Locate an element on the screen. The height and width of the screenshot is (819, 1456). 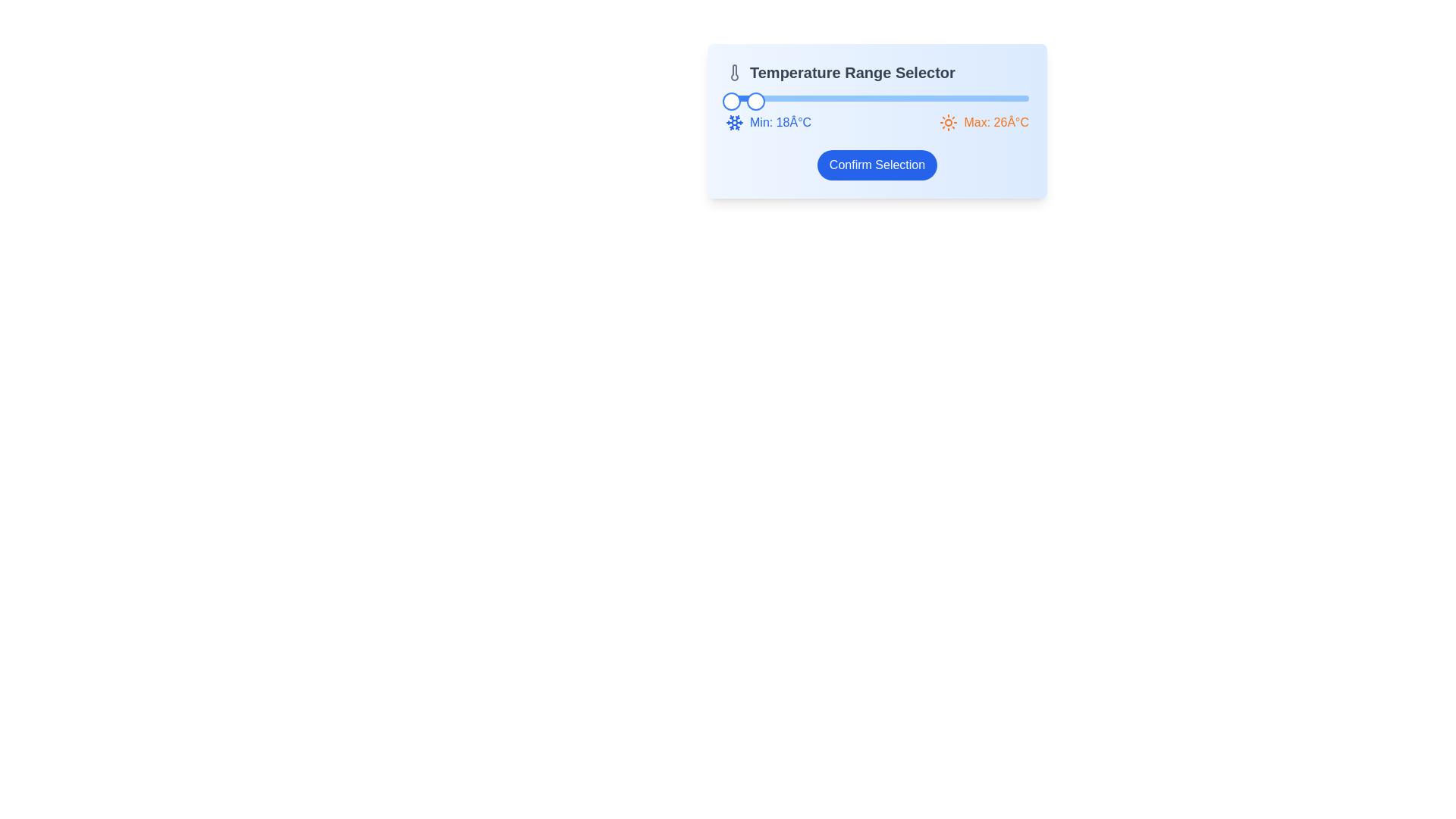
the icon indicating the minimum temperature, which is located to the left of the text 'Min: 18°C' within the temperature range selector interface is located at coordinates (735, 122).